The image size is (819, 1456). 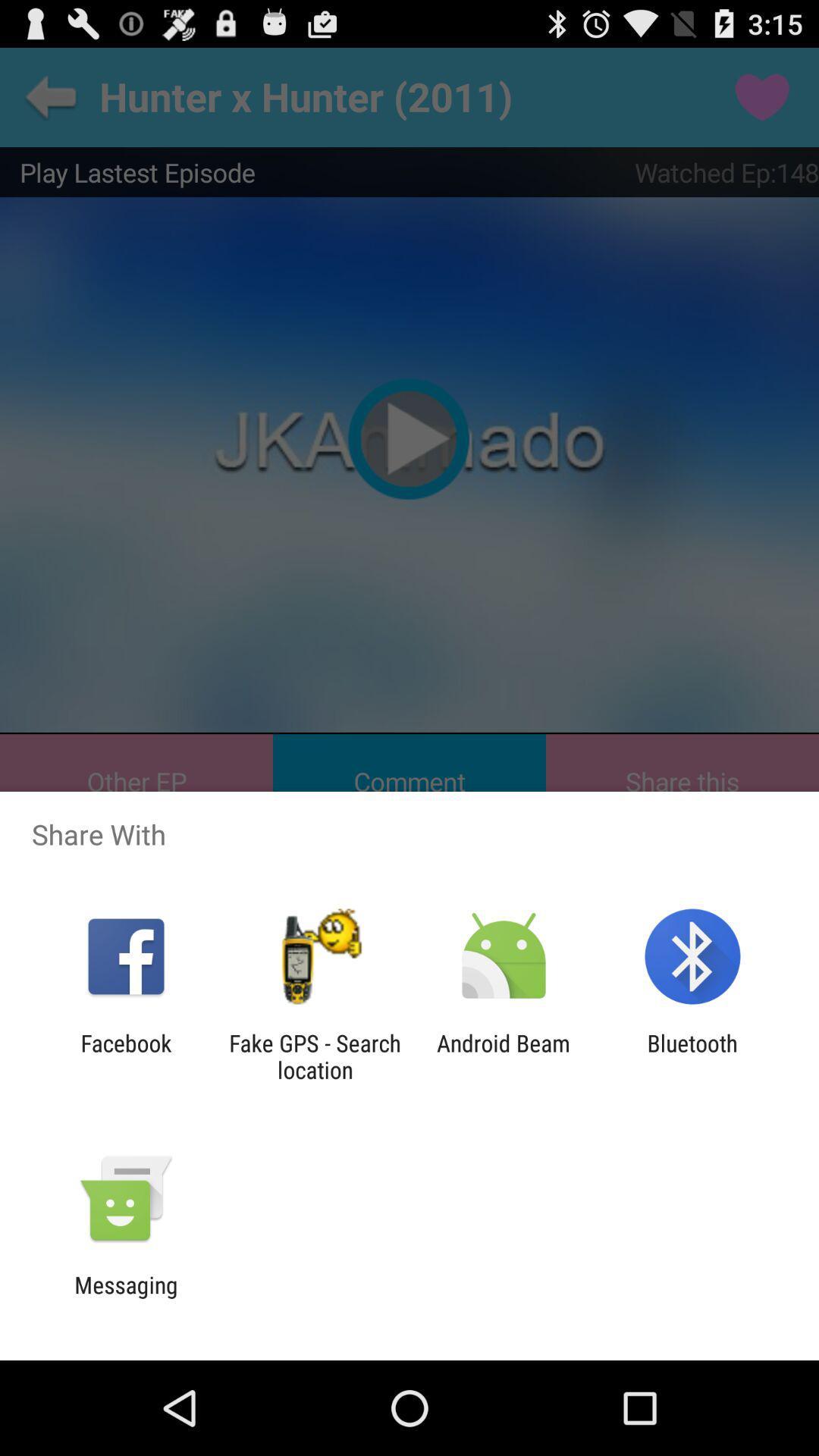 What do you see at coordinates (692, 1056) in the screenshot?
I see `the bluetooth` at bounding box center [692, 1056].